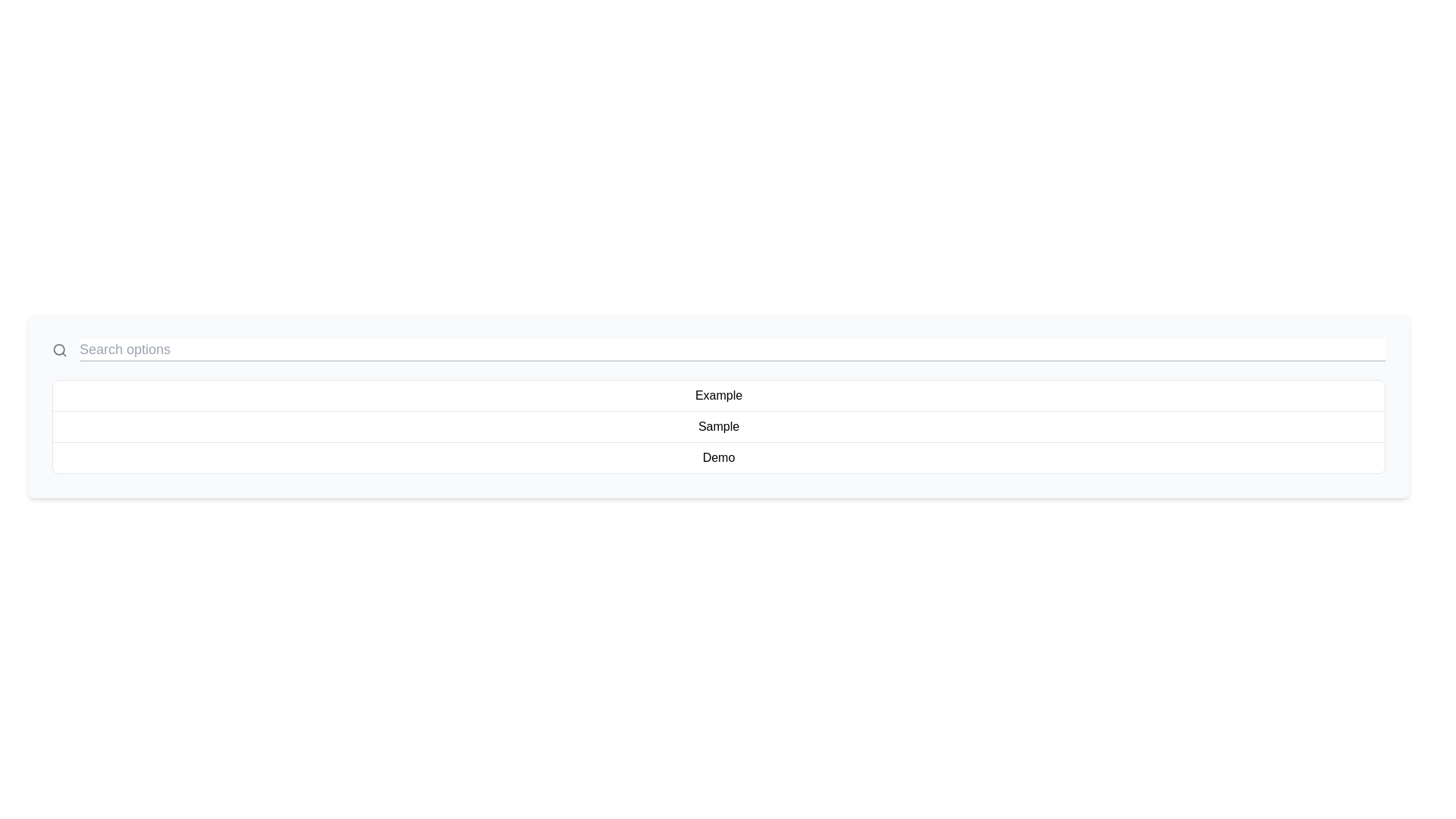  What do you see at coordinates (718, 426) in the screenshot?
I see `the second selectable row labeled 'Sample'` at bounding box center [718, 426].